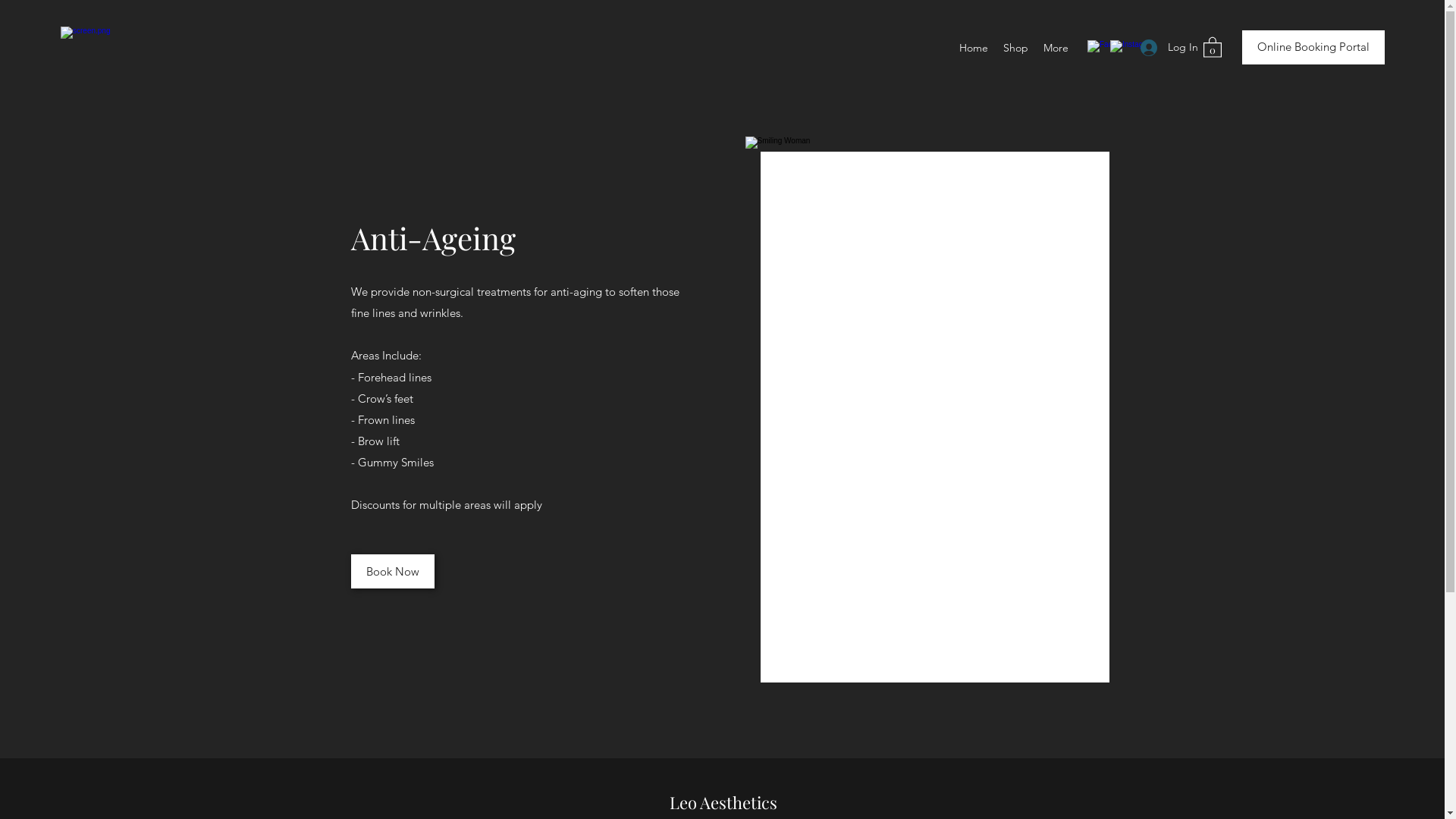 The height and width of the screenshot is (819, 1456). What do you see at coordinates (1203, 45) in the screenshot?
I see `'0'` at bounding box center [1203, 45].